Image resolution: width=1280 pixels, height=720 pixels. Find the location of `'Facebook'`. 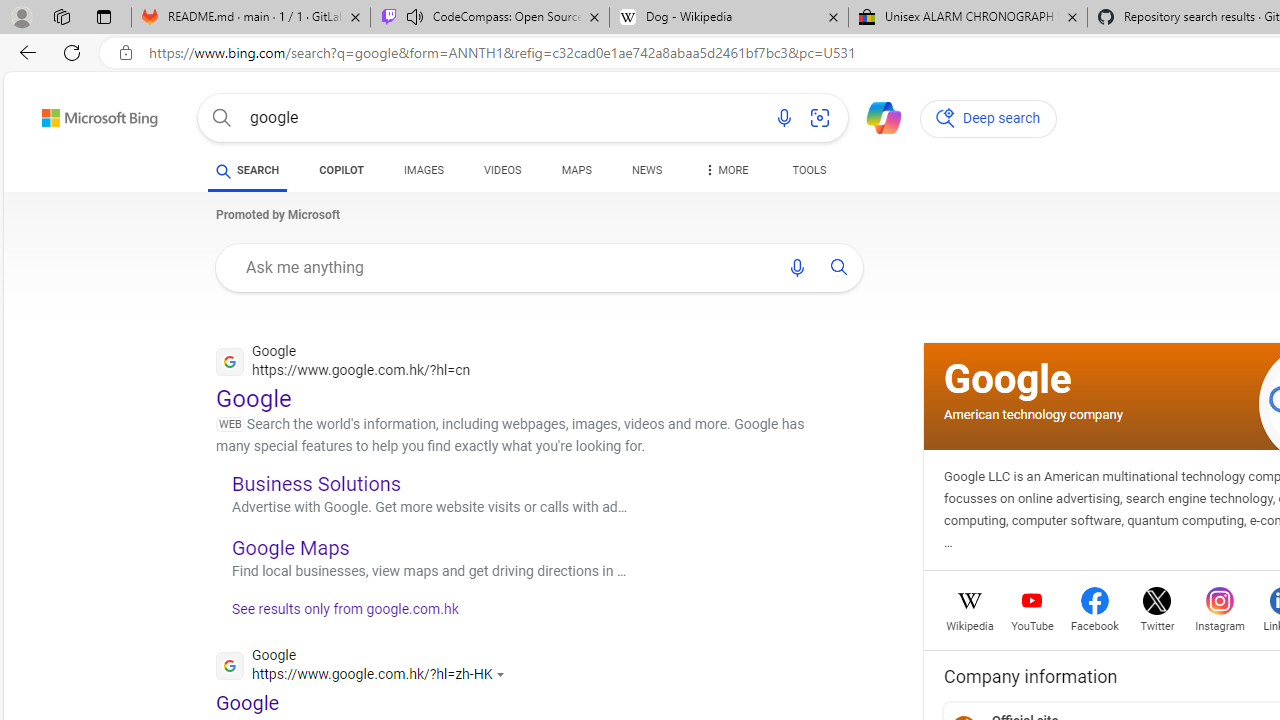

'Facebook' is located at coordinates (1094, 623).